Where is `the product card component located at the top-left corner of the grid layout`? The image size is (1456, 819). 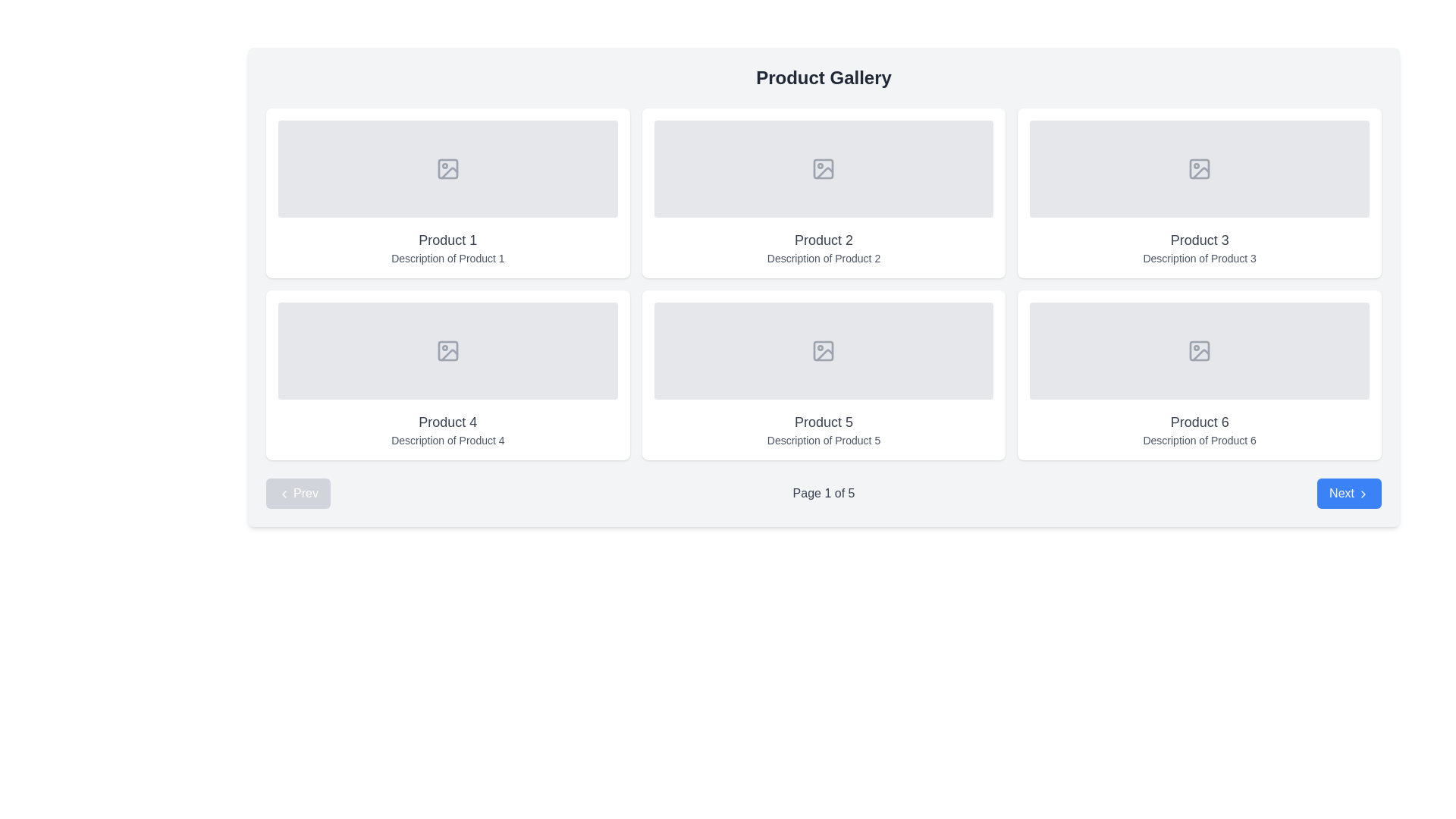
the product card component located at the top-left corner of the grid layout is located at coordinates (447, 192).